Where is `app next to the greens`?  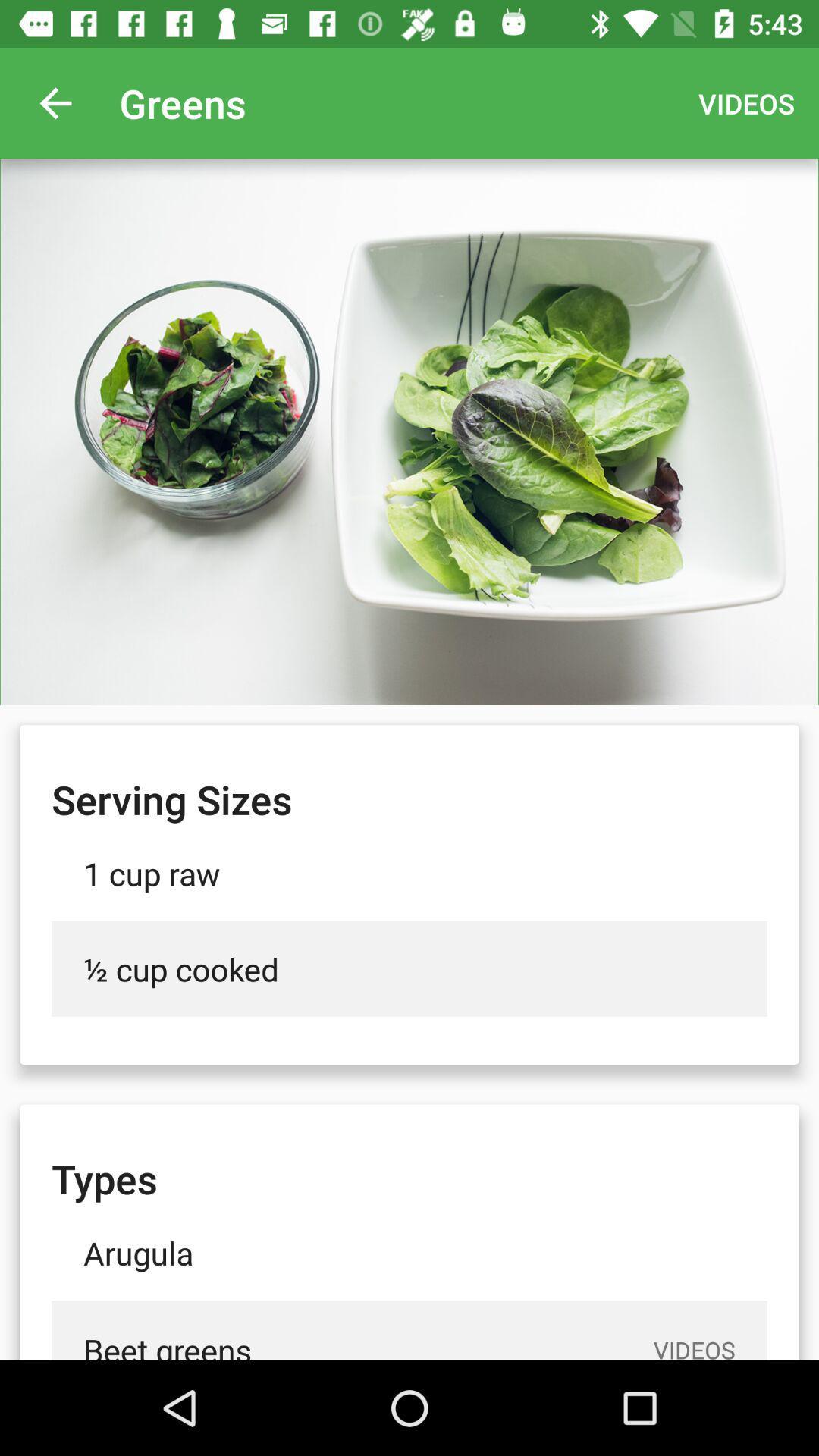
app next to the greens is located at coordinates (55, 102).